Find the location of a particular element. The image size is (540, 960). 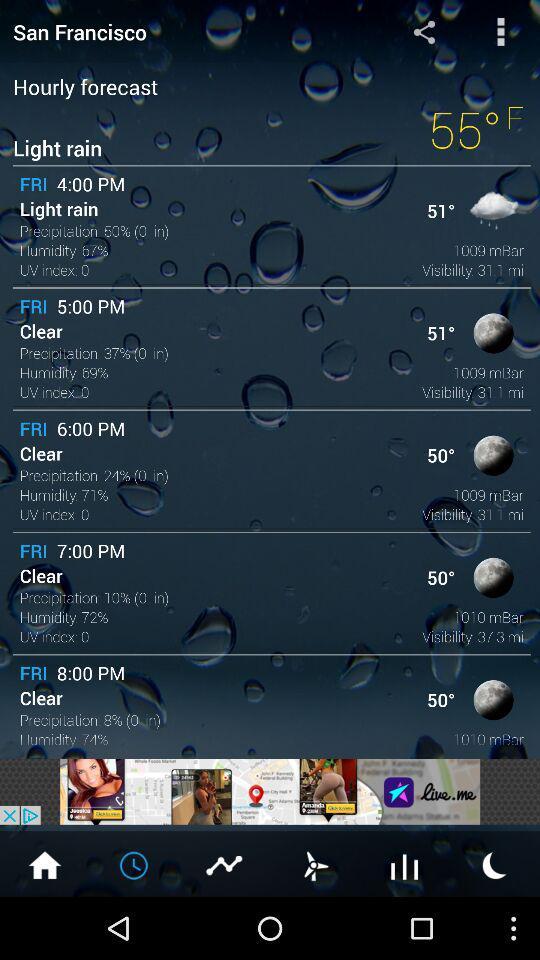

the home icon is located at coordinates (44, 925).